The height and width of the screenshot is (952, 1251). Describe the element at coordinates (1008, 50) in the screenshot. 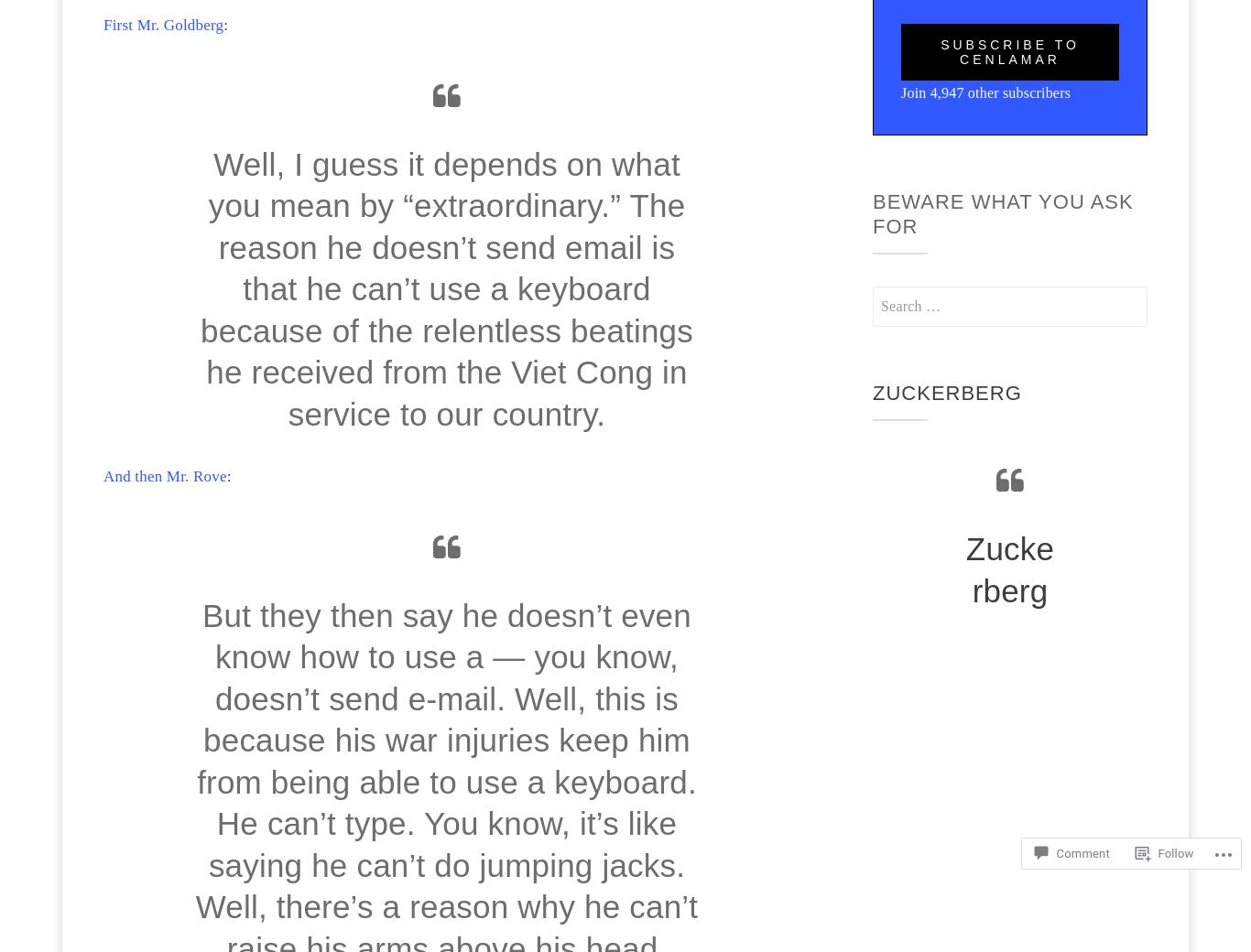

I see `'Subscribe to CenLamar'` at that location.